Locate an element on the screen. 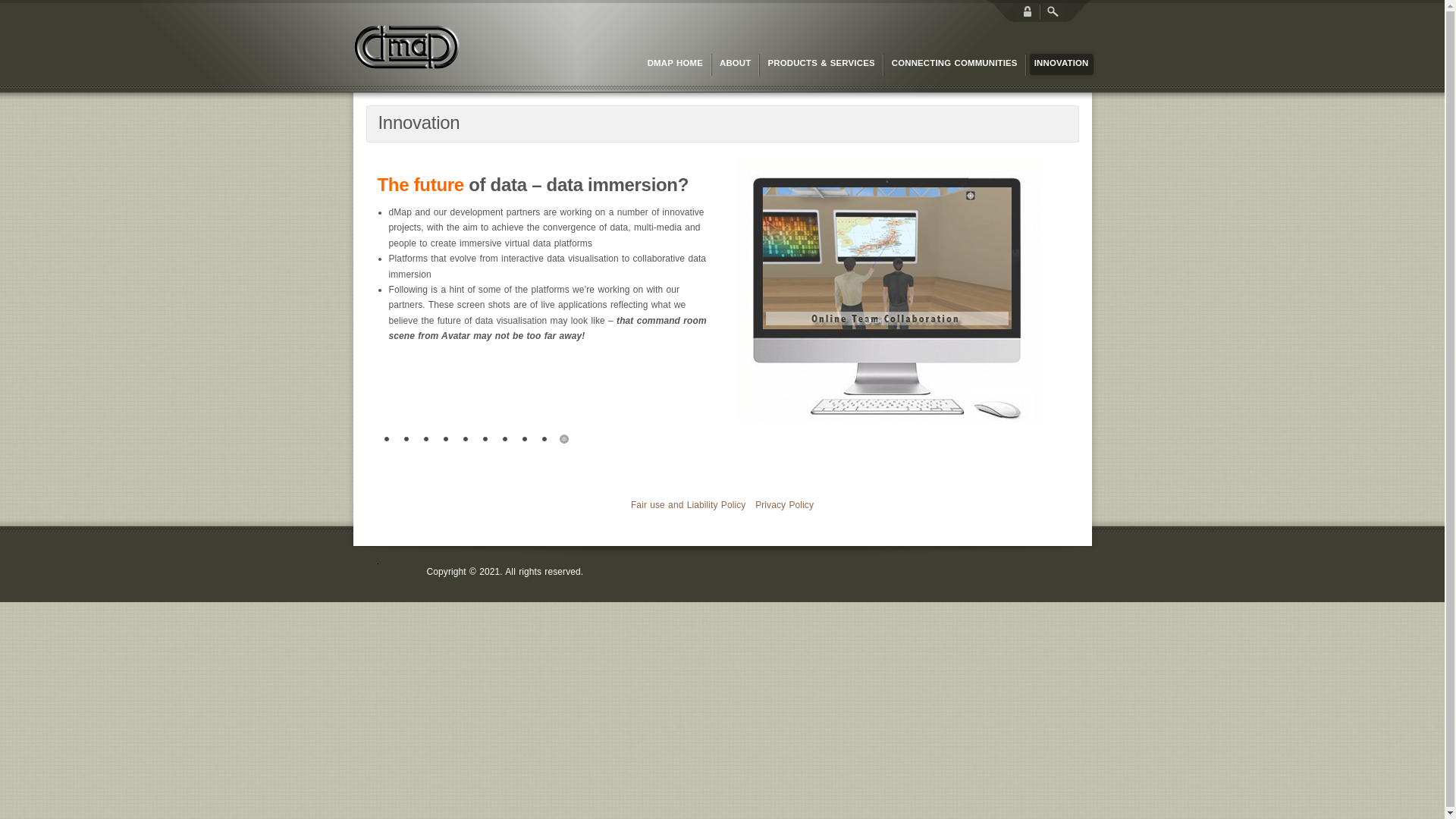  '#' is located at coordinates (484, 439).